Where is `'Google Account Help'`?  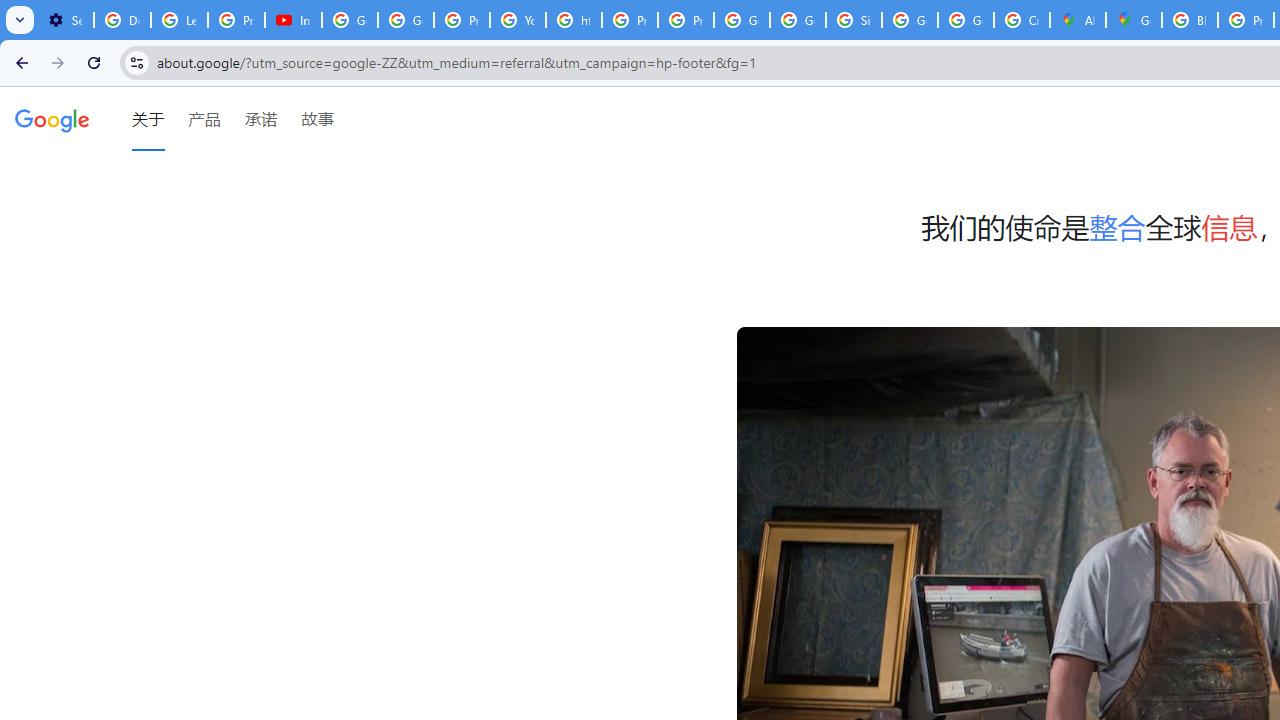 'Google Account Help' is located at coordinates (350, 20).